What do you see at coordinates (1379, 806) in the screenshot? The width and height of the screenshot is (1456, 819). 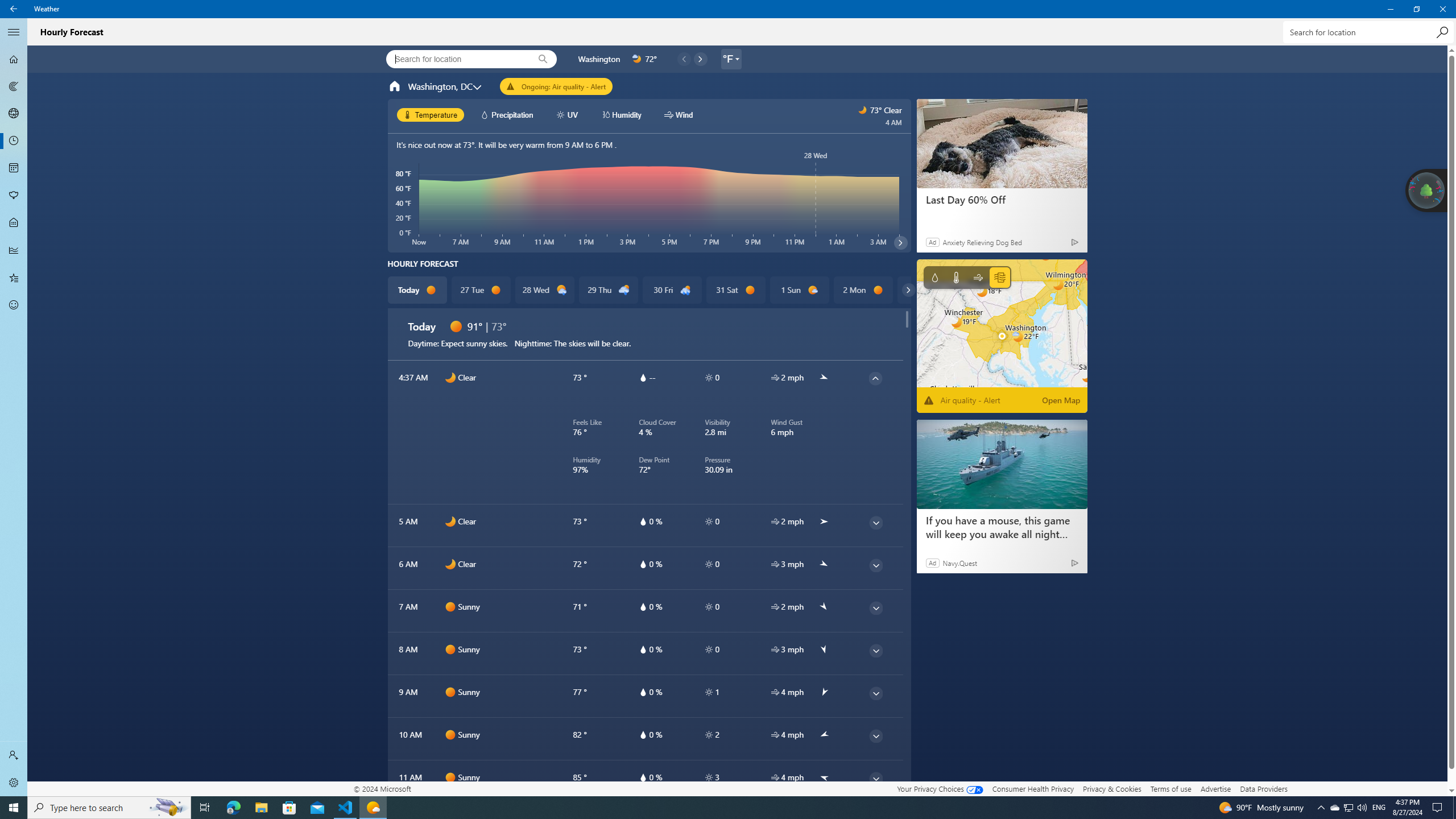 I see `'Tray Input Indicator - English (United States)'` at bounding box center [1379, 806].